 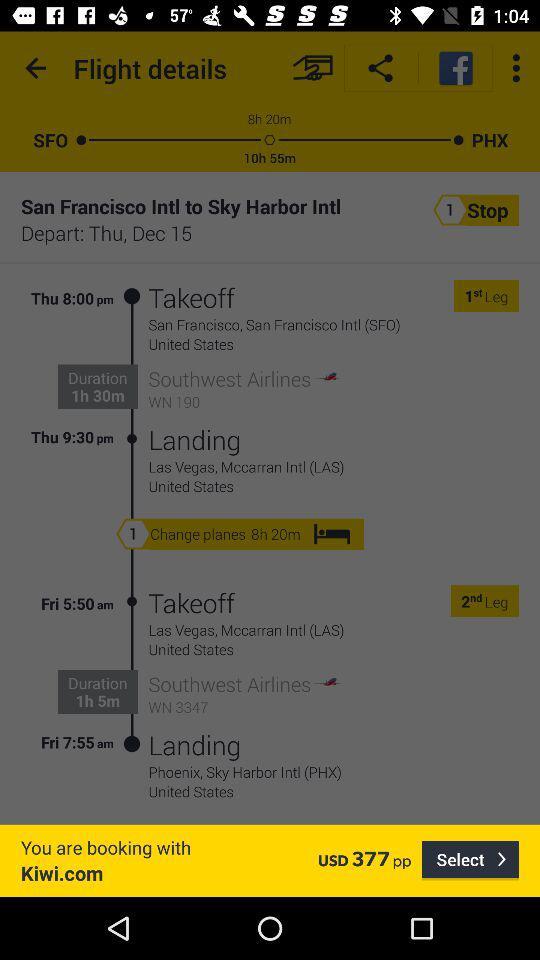 What do you see at coordinates (475, 600) in the screenshot?
I see `icon next to the leg item` at bounding box center [475, 600].